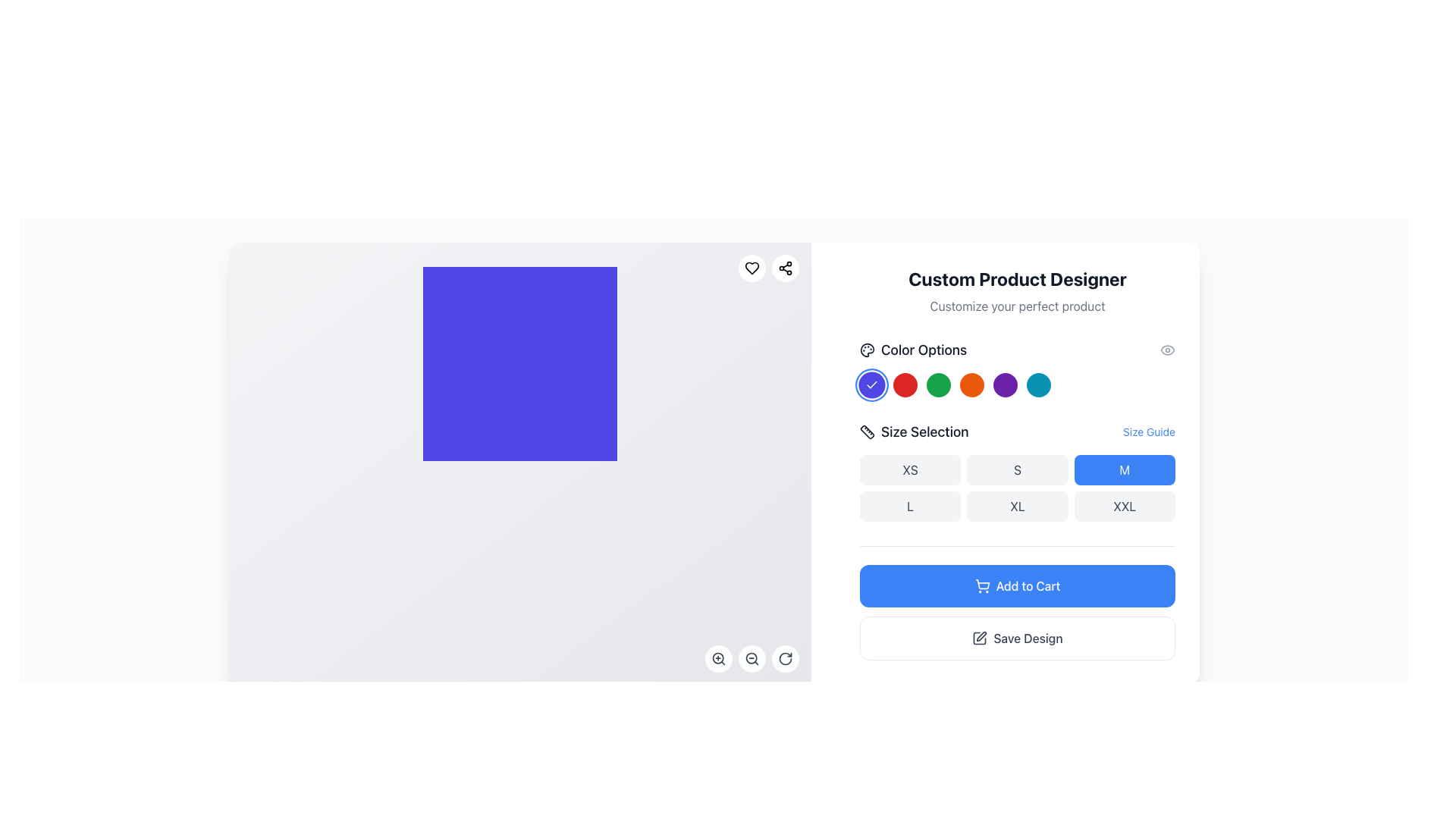 This screenshot has height=819, width=1456. Describe the element at coordinates (752, 268) in the screenshot. I see `the heart icon, which is a minimalist heart shape representing 'like' or 'favorite', located near the top-left corner of the interface` at that location.